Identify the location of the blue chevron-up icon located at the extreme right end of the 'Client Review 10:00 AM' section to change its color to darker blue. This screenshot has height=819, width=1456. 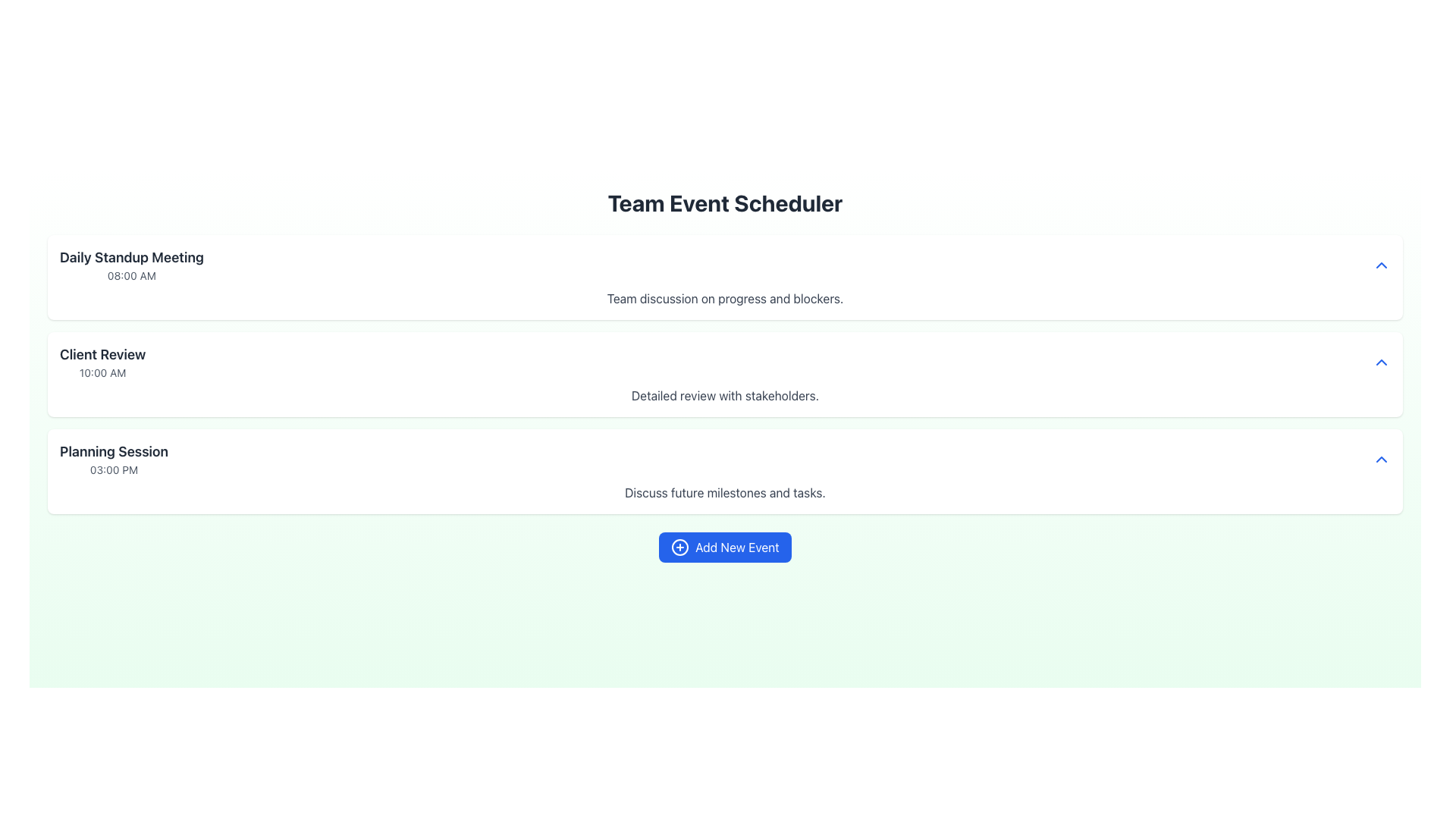
(1382, 362).